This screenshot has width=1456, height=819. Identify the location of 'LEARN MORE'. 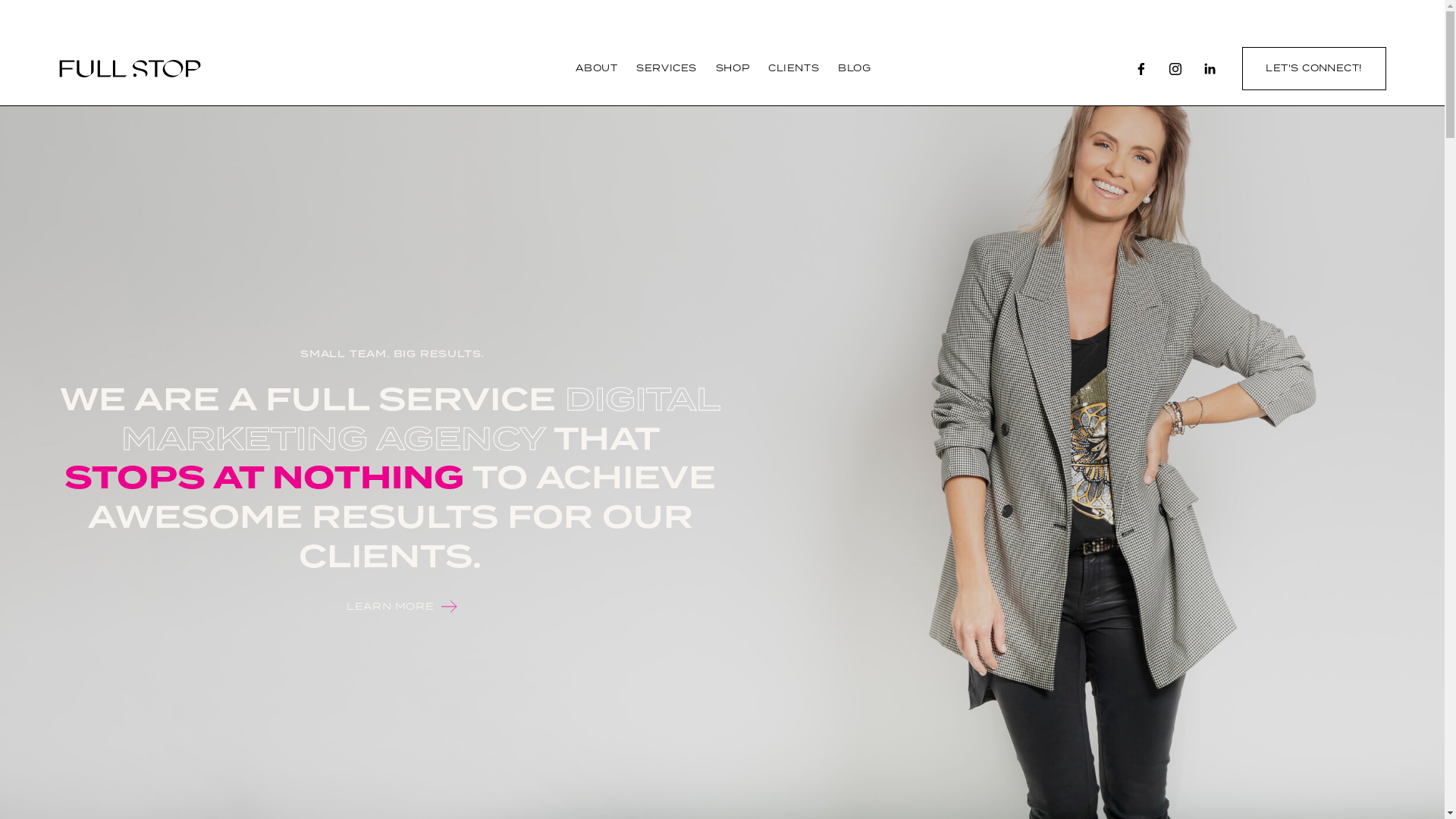
(390, 605).